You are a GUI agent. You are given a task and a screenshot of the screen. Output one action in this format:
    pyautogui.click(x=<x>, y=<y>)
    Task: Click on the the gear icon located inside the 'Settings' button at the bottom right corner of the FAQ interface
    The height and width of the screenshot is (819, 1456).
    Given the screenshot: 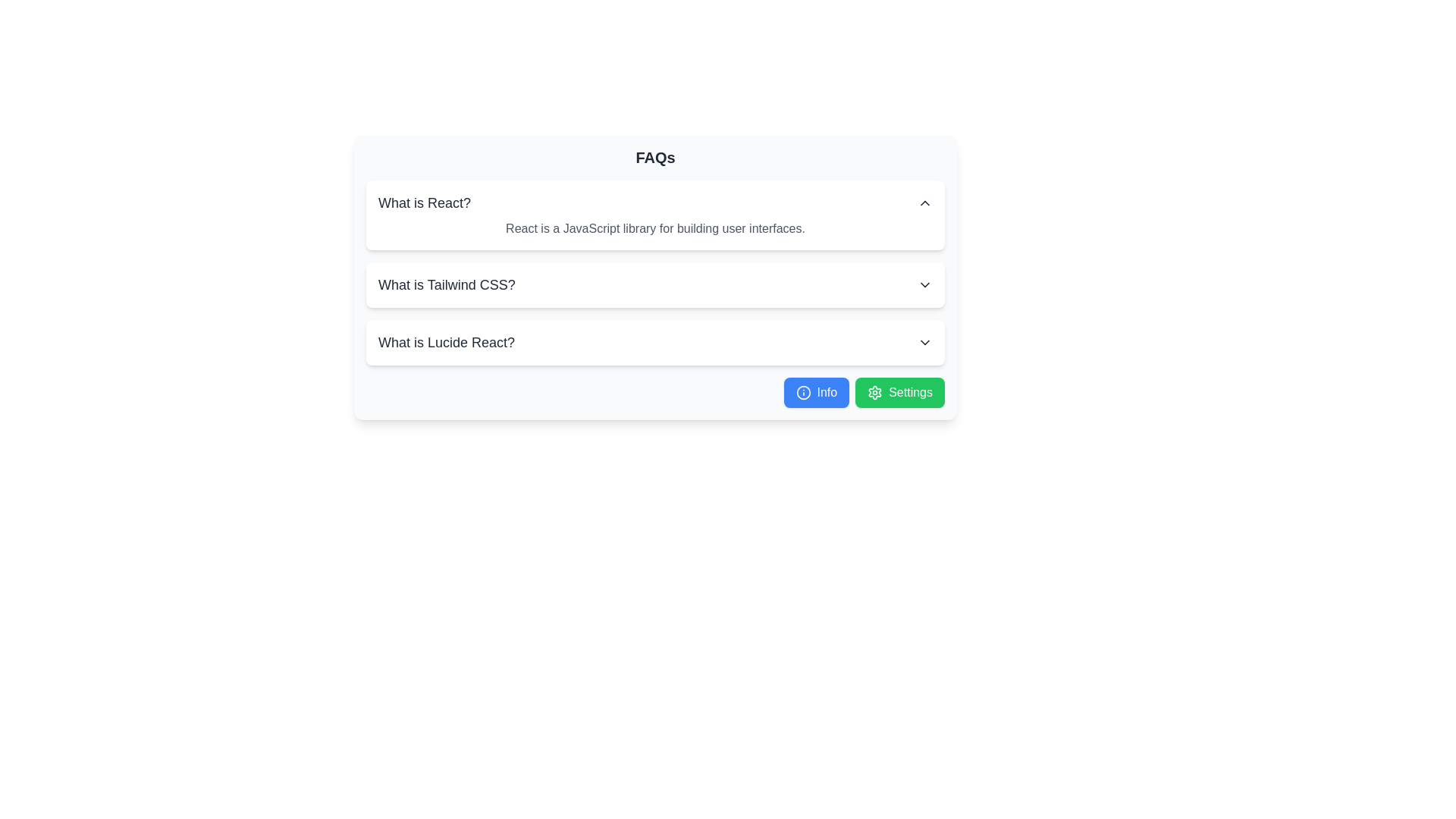 What is the action you would take?
    pyautogui.click(x=875, y=391)
    